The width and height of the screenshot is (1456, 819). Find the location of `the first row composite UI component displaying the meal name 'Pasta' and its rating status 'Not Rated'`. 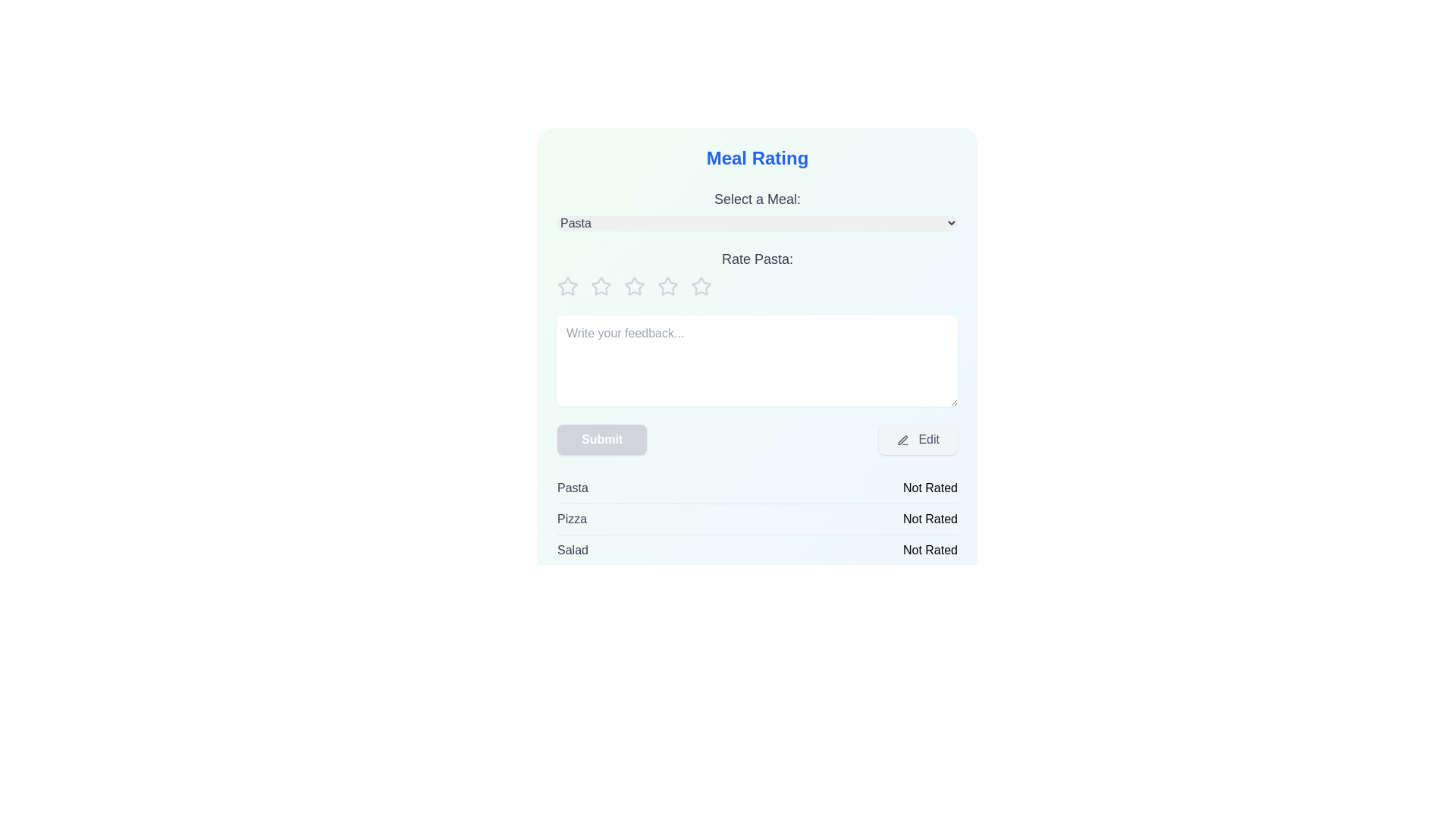

the first row composite UI component displaying the meal name 'Pasta' and its rating status 'Not Rated' is located at coordinates (757, 488).